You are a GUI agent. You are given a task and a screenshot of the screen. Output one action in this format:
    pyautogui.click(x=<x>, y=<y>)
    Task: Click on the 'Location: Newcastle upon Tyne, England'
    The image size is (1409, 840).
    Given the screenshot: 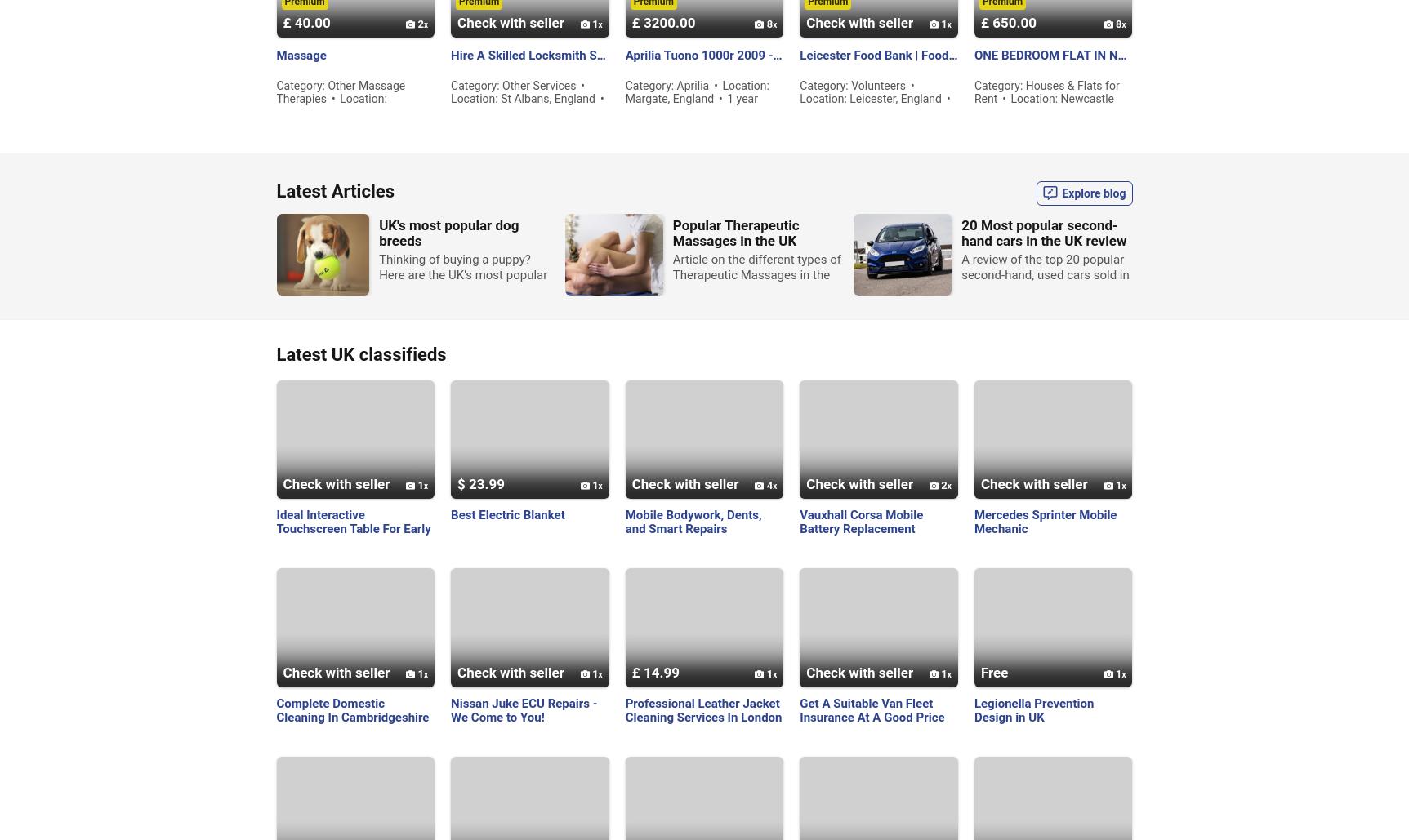 What is the action you would take?
    pyautogui.click(x=1044, y=105)
    